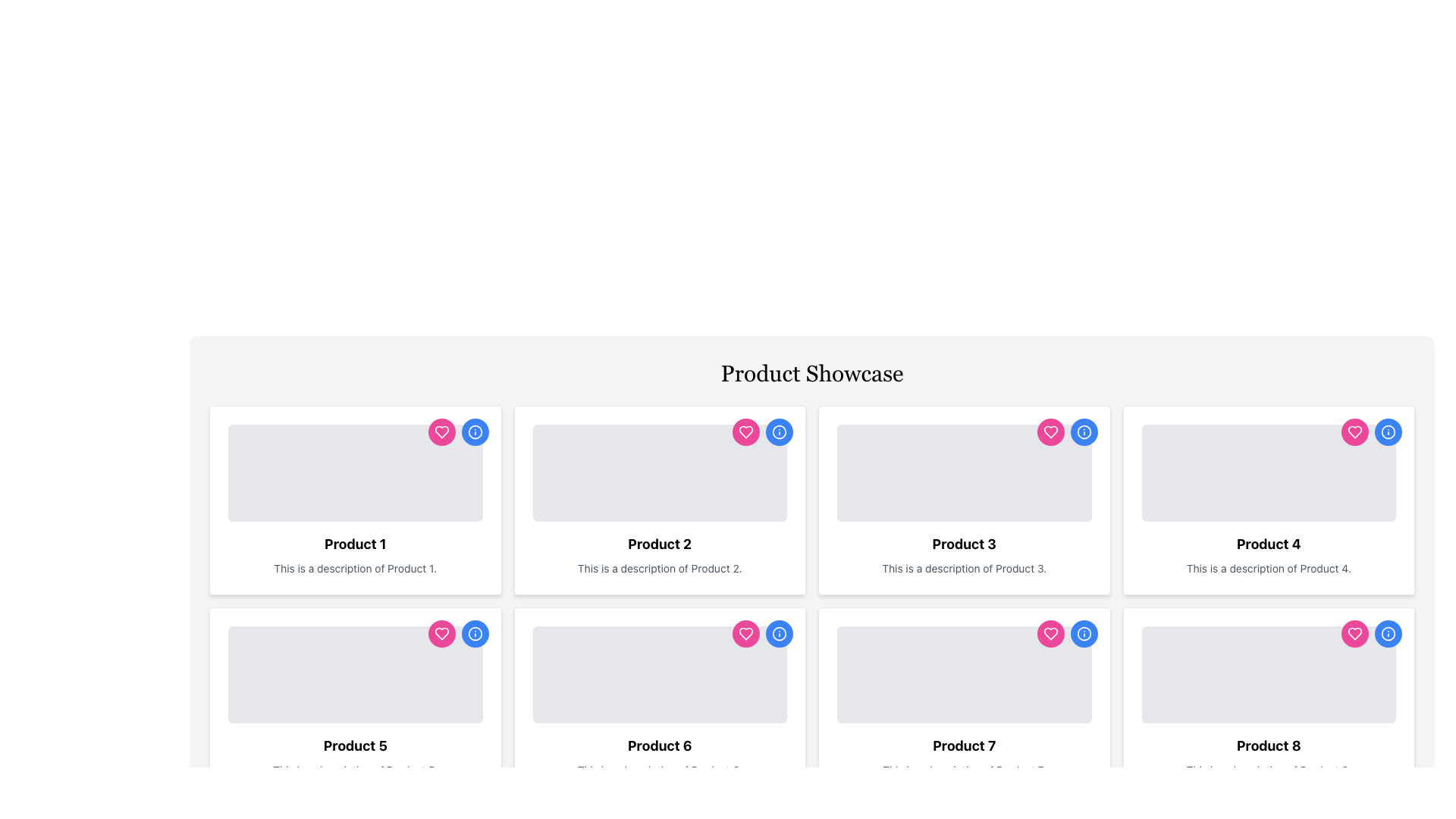 Image resolution: width=1456 pixels, height=819 pixels. What do you see at coordinates (963, 701) in the screenshot?
I see `the product information card, which is the seventh item in a grid layout, located in the bottom-left quadrant, directly below 'Product 3' and left of 'Product 8'` at bounding box center [963, 701].